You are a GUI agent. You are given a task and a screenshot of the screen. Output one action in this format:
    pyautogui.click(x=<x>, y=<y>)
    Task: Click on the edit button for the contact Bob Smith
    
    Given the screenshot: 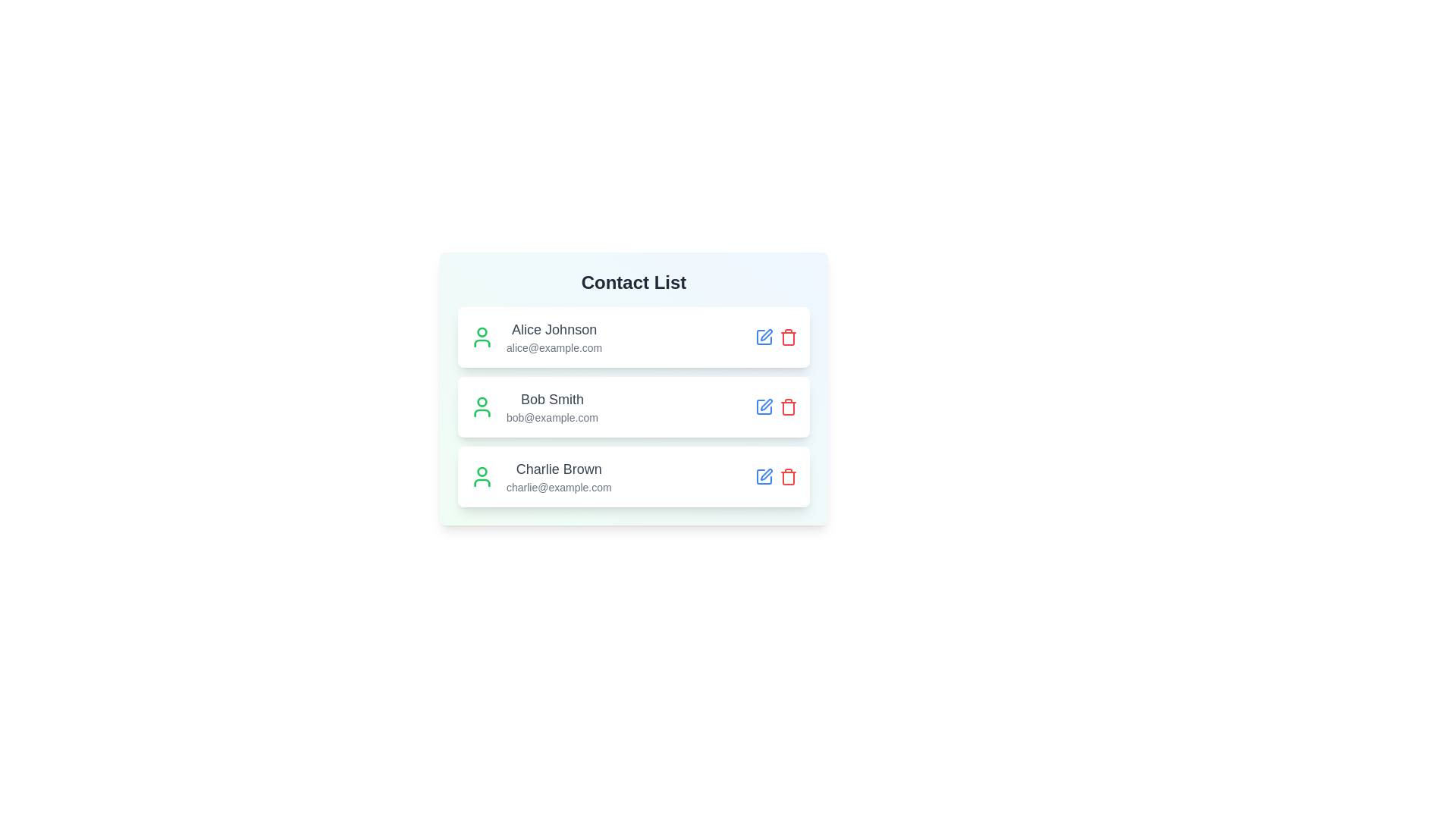 What is the action you would take?
    pyautogui.click(x=764, y=406)
    